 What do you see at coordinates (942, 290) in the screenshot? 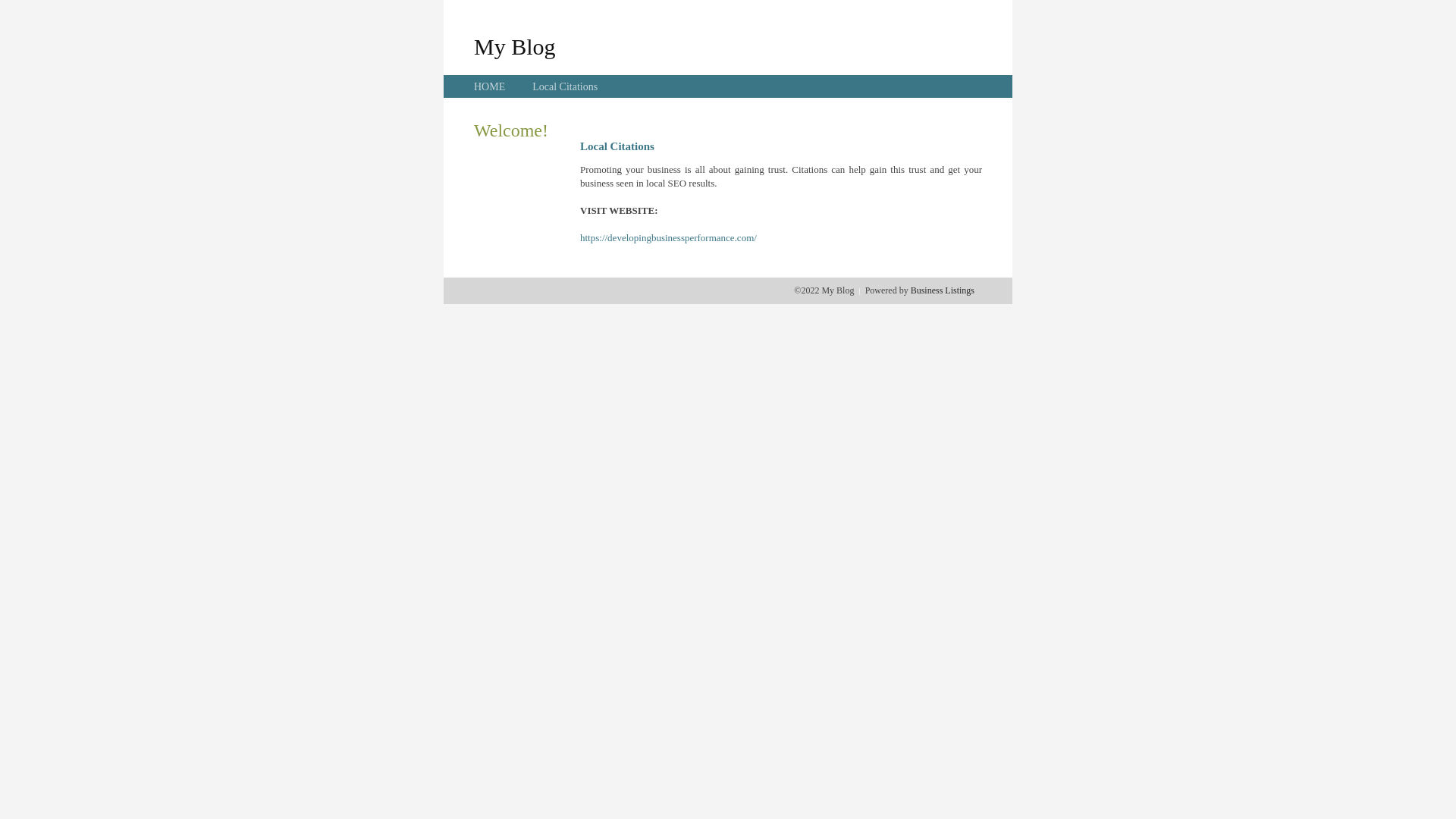
I see `'Business Listings'` at bounding box center [942, 290].